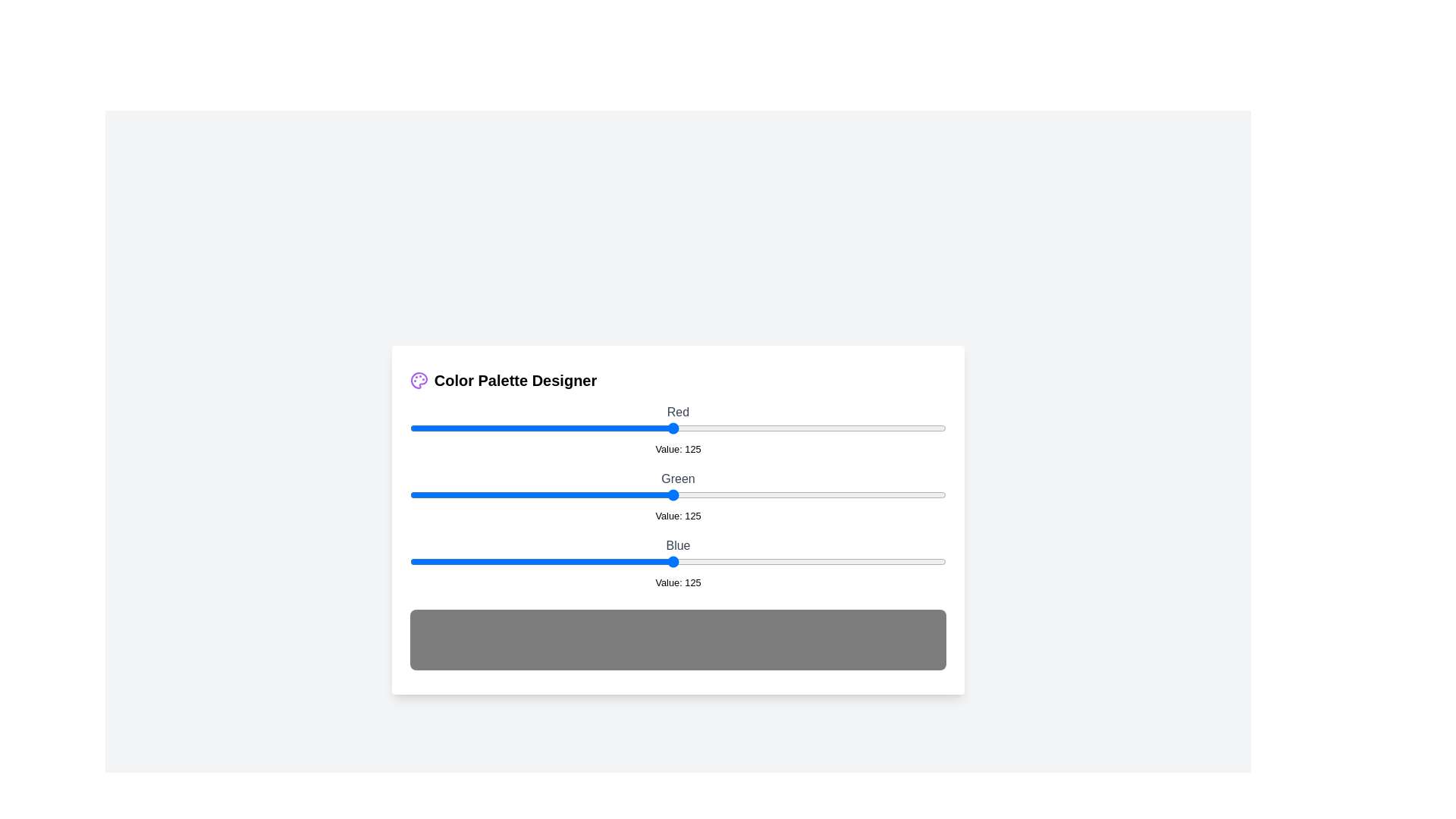 This screenshot has height=819, width=1456. What do you see at coordinates (890, 428) in the screenshot?
I see `the 0 slider to 228 to observe the updated color preview` at bounding box center [890, 428].